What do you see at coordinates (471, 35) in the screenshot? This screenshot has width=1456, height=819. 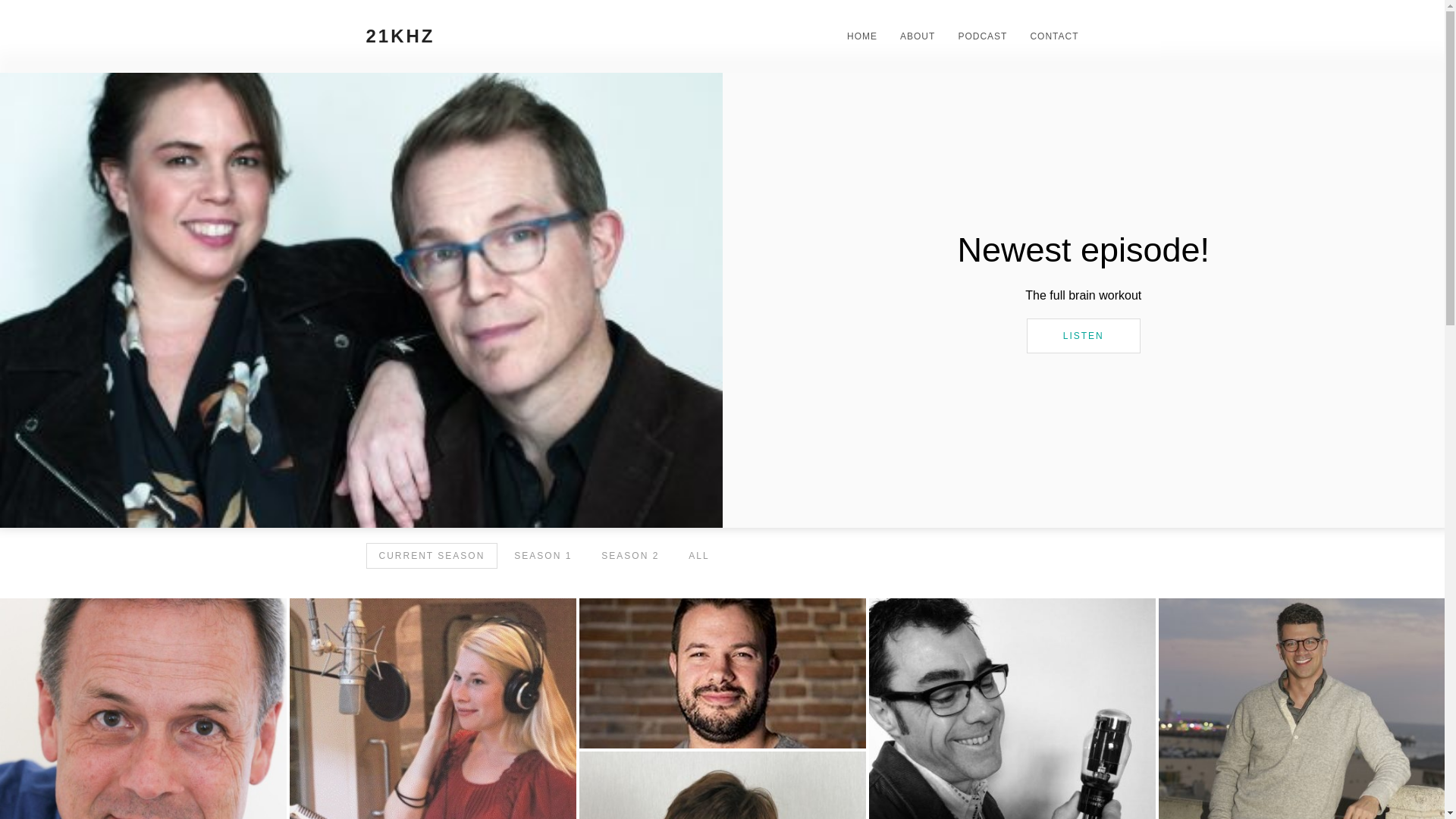 I see `'21KHZ'` at bounding box center [471, 35].